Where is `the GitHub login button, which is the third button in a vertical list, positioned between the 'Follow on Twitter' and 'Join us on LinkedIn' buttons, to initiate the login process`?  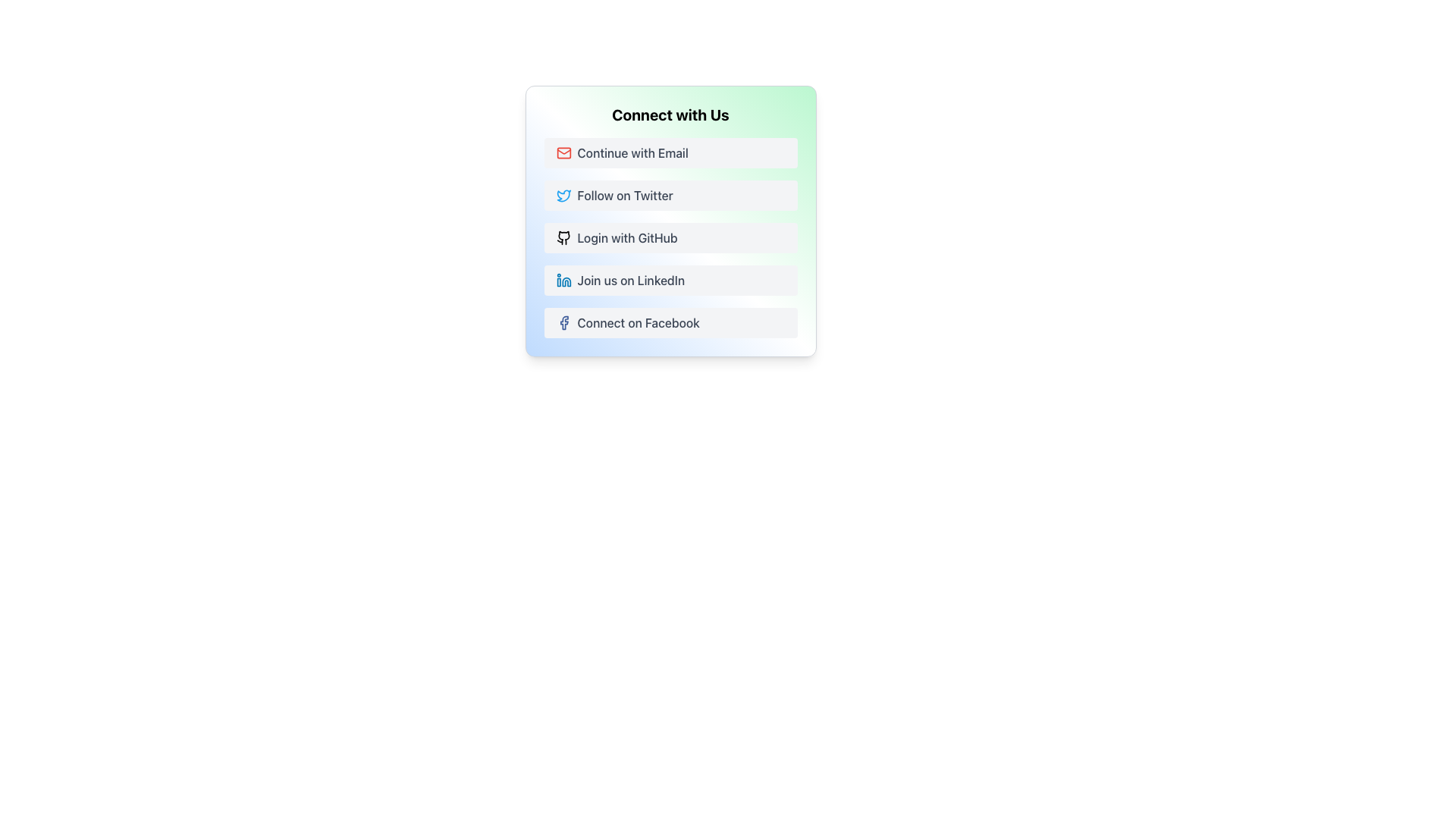
the GitHub login button, which is the third button in a vertical list, positioned between the 'Follow on Twitter' and 'Join us on LinkedIn' buttons, to initiate the login process is located at coordinates (670, 237).